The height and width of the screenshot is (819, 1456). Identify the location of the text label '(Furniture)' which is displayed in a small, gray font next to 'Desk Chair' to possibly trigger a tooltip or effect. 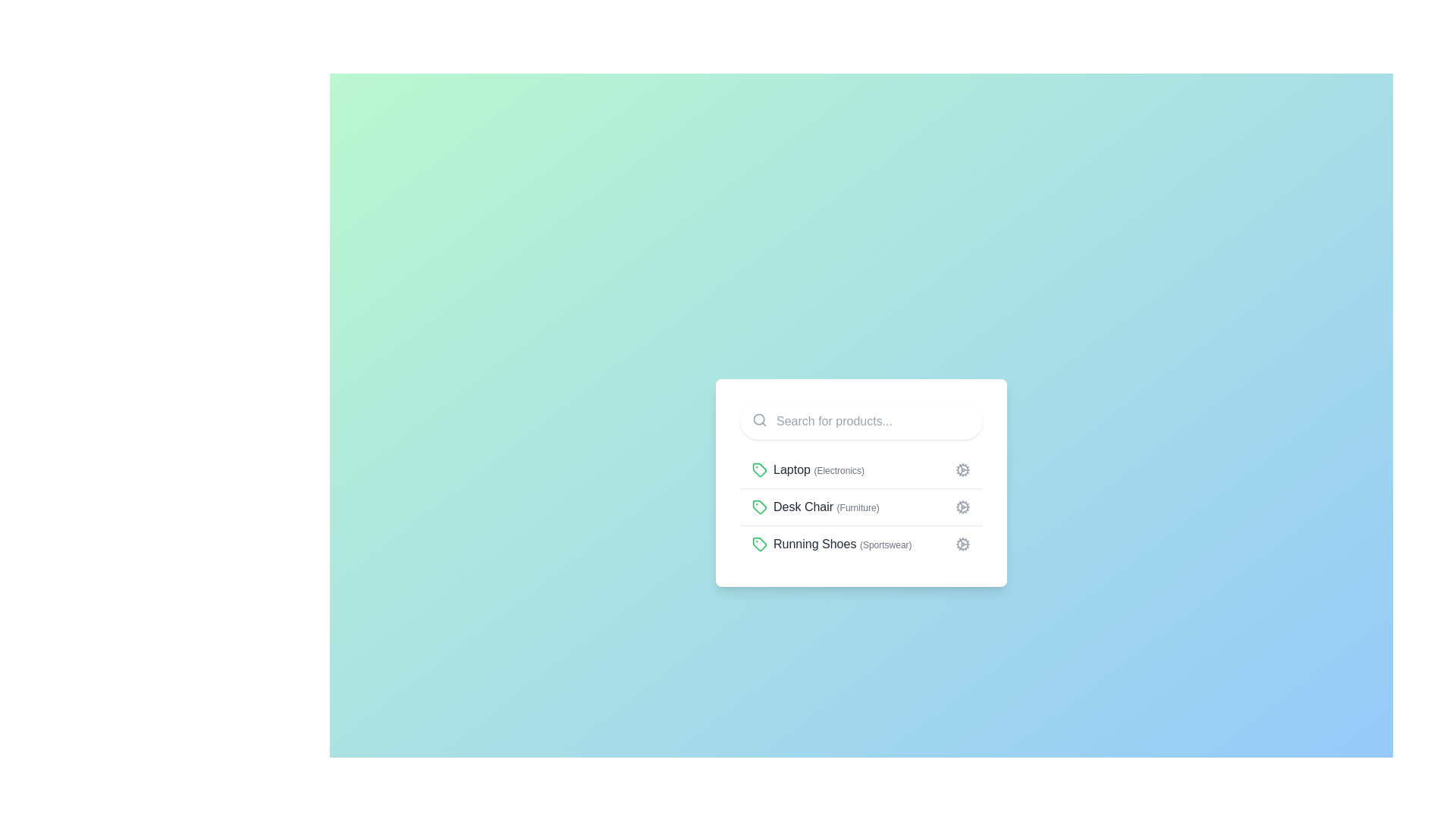
(858, 508).